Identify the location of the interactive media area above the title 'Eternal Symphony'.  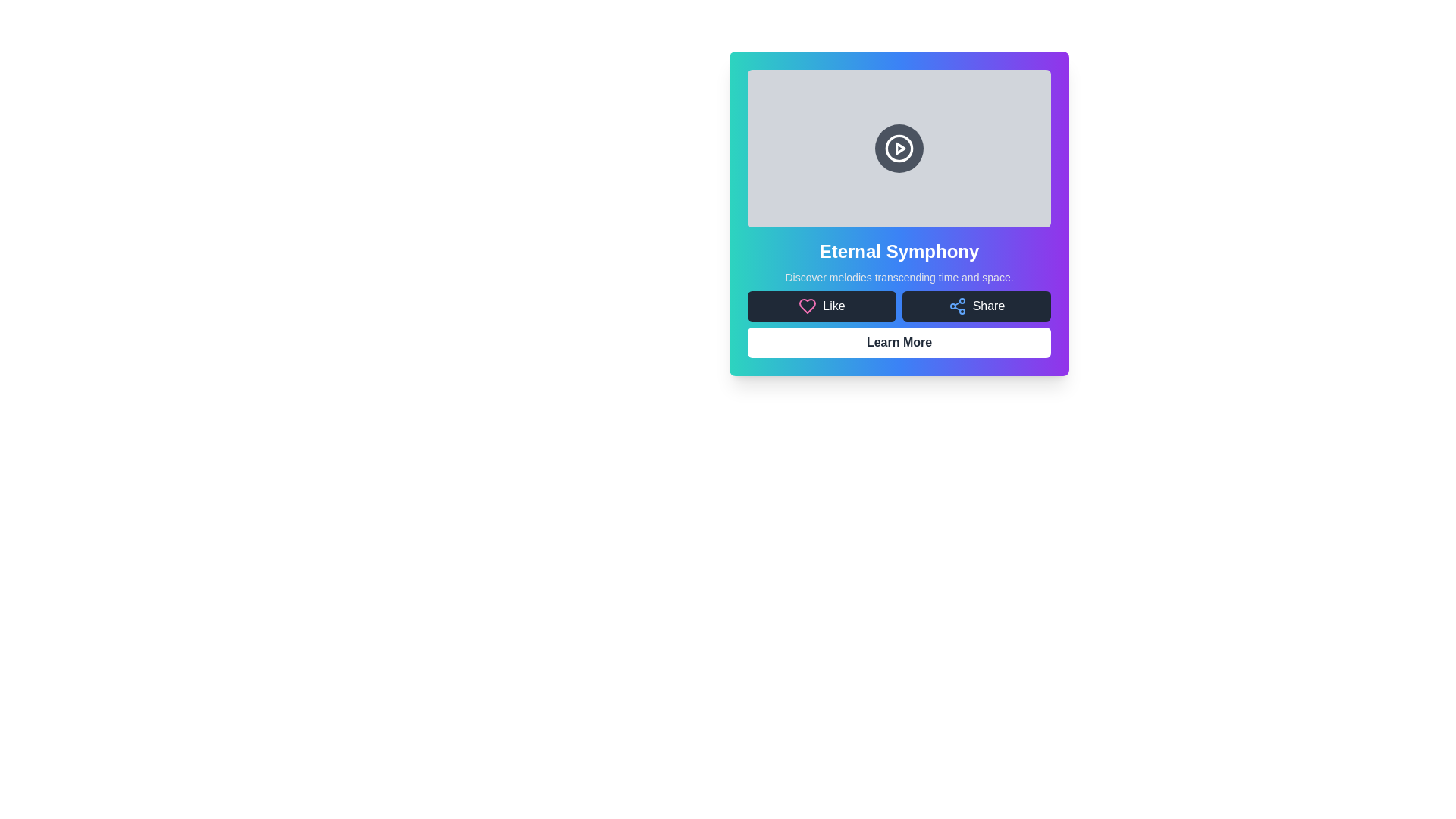
(899, 149).